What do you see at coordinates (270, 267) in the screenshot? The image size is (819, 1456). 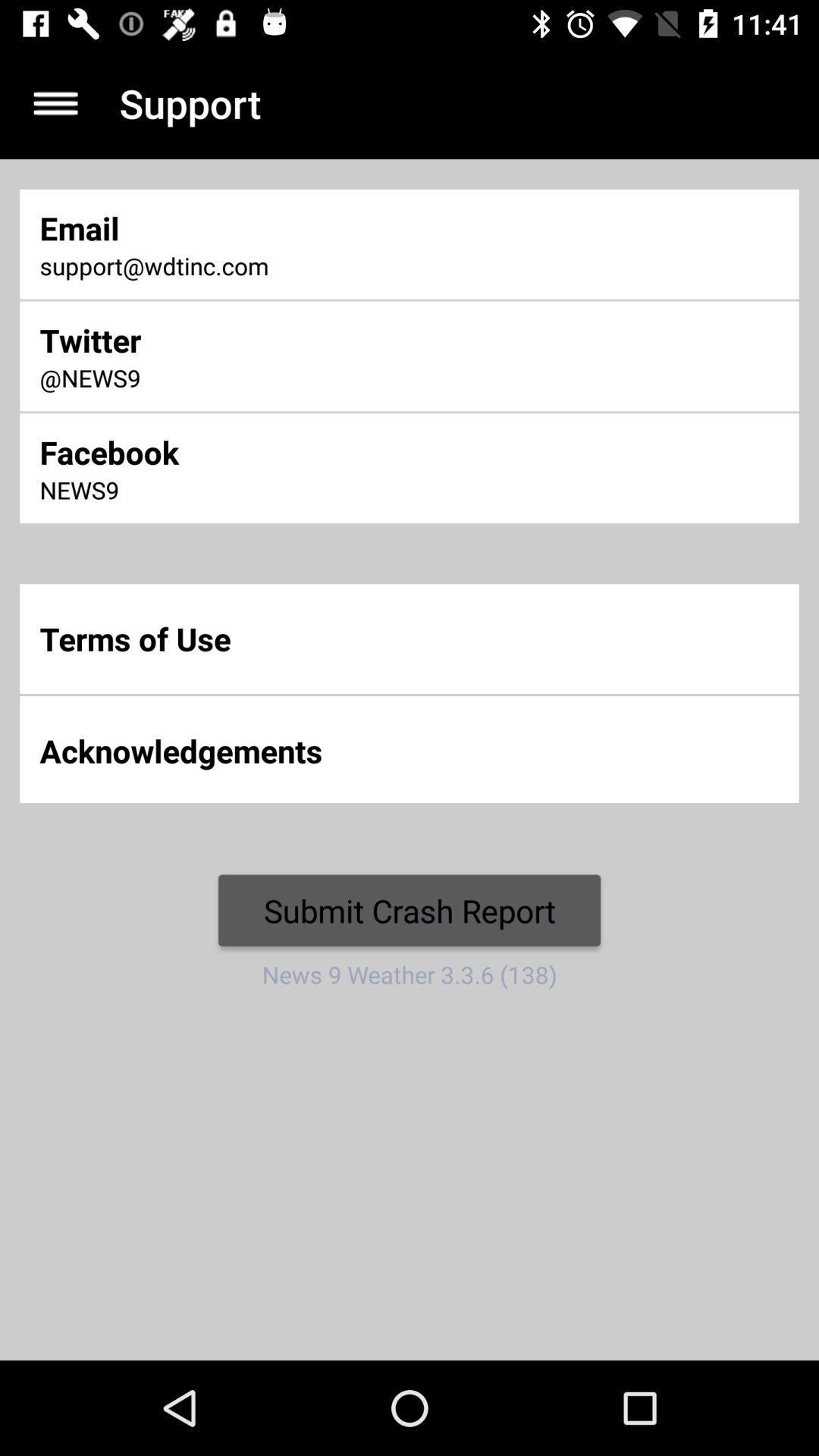 I see `support@wdtinc.com item` at bounding box center [270, 267].